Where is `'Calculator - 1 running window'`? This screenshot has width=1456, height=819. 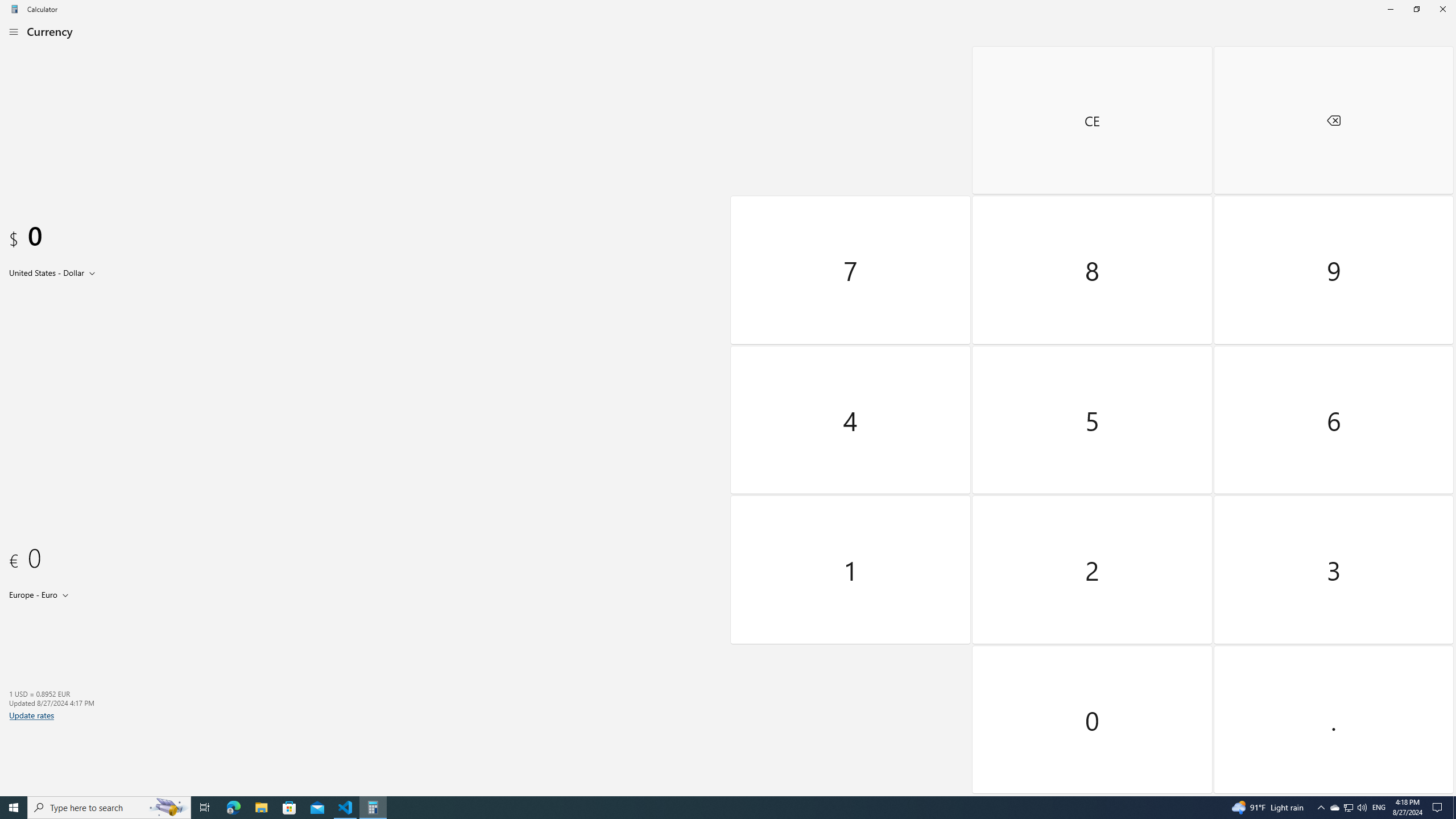
'Calculator - 1 running window' is located at coordinates (373, 806).